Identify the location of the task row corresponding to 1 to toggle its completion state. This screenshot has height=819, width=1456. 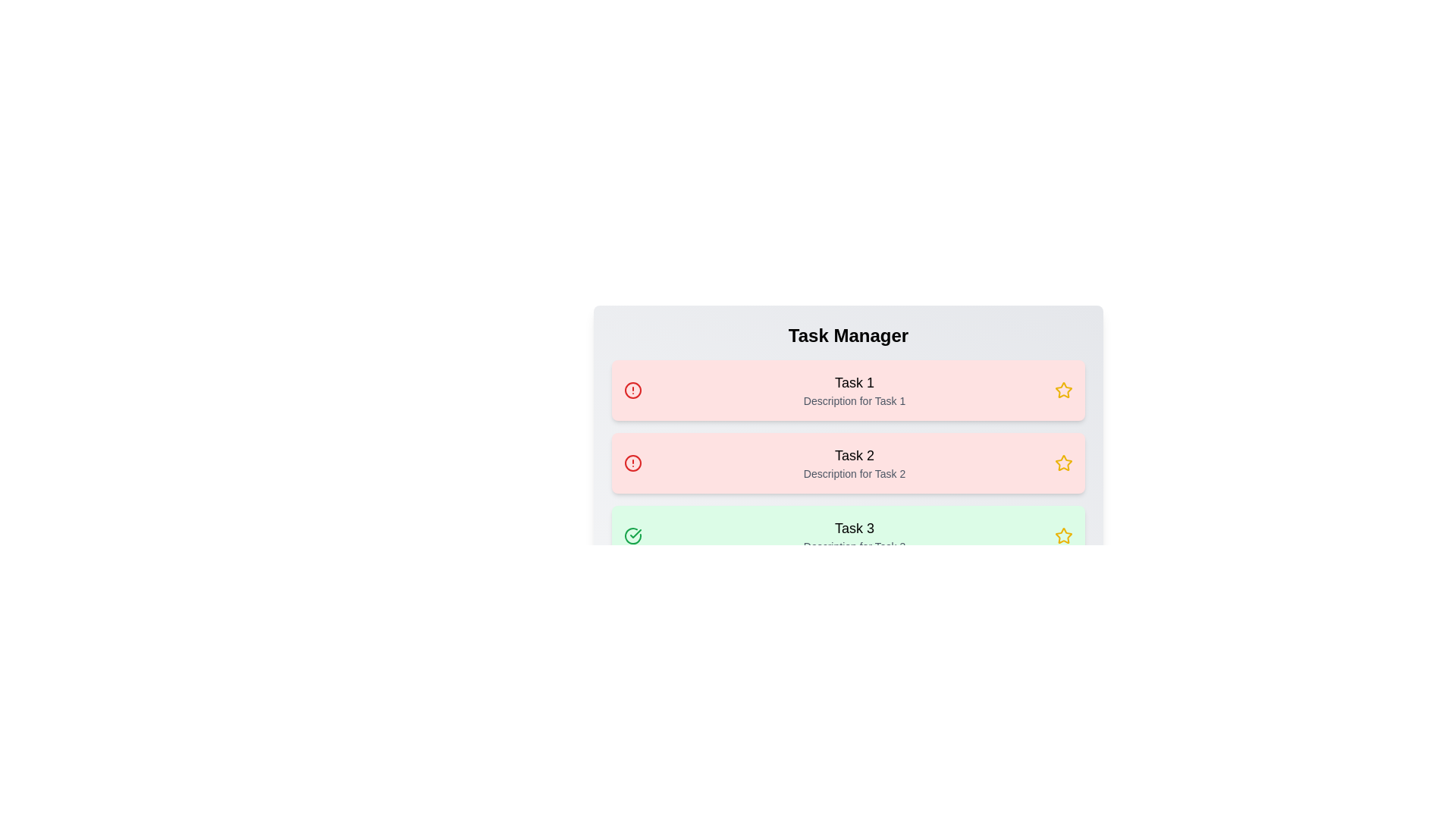
(847, 390).